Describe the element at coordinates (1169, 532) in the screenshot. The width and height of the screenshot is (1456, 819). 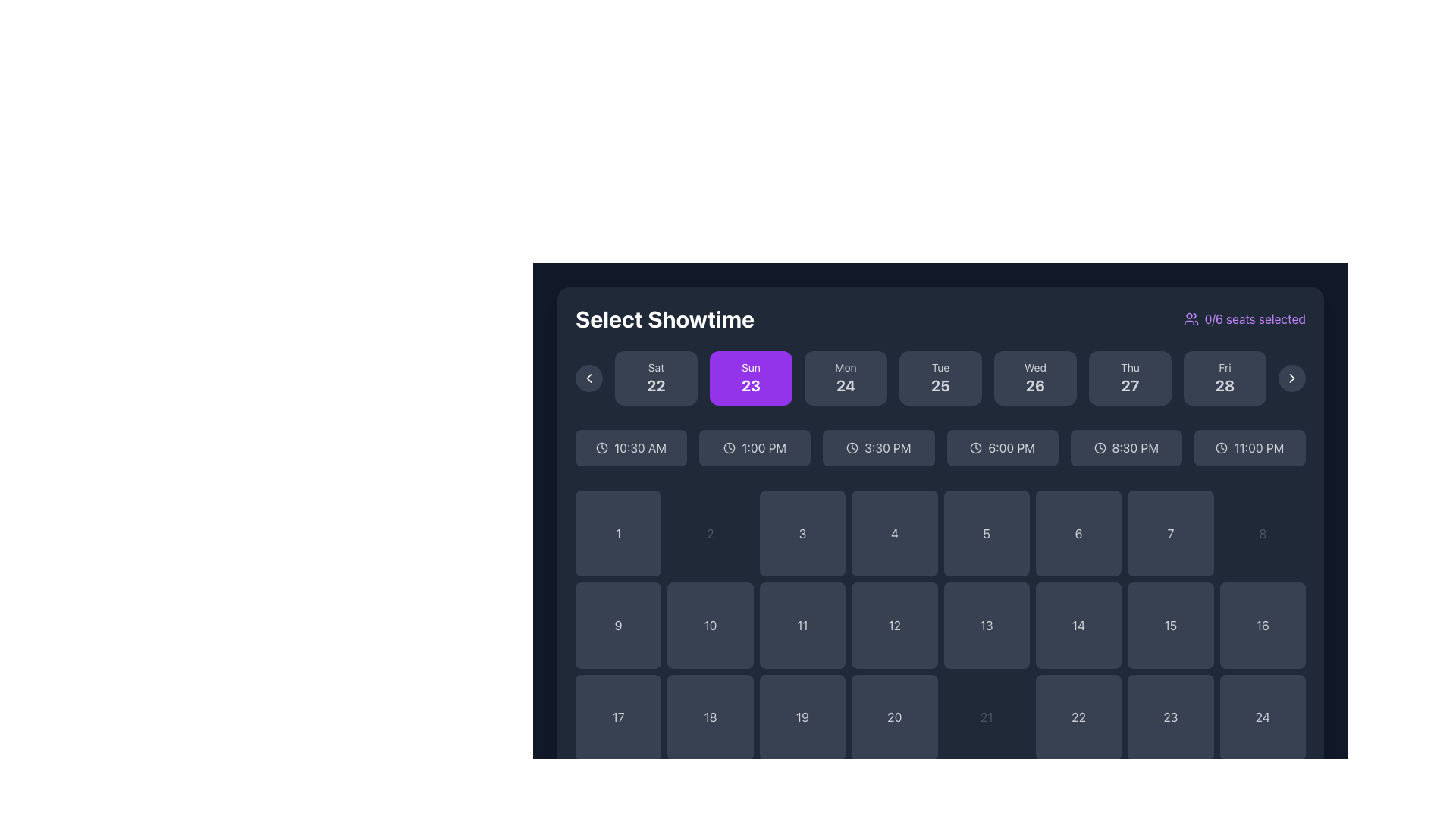
I see `the button that selects the number '7', located in the first row as the seventh item in the grid layout` at that location.